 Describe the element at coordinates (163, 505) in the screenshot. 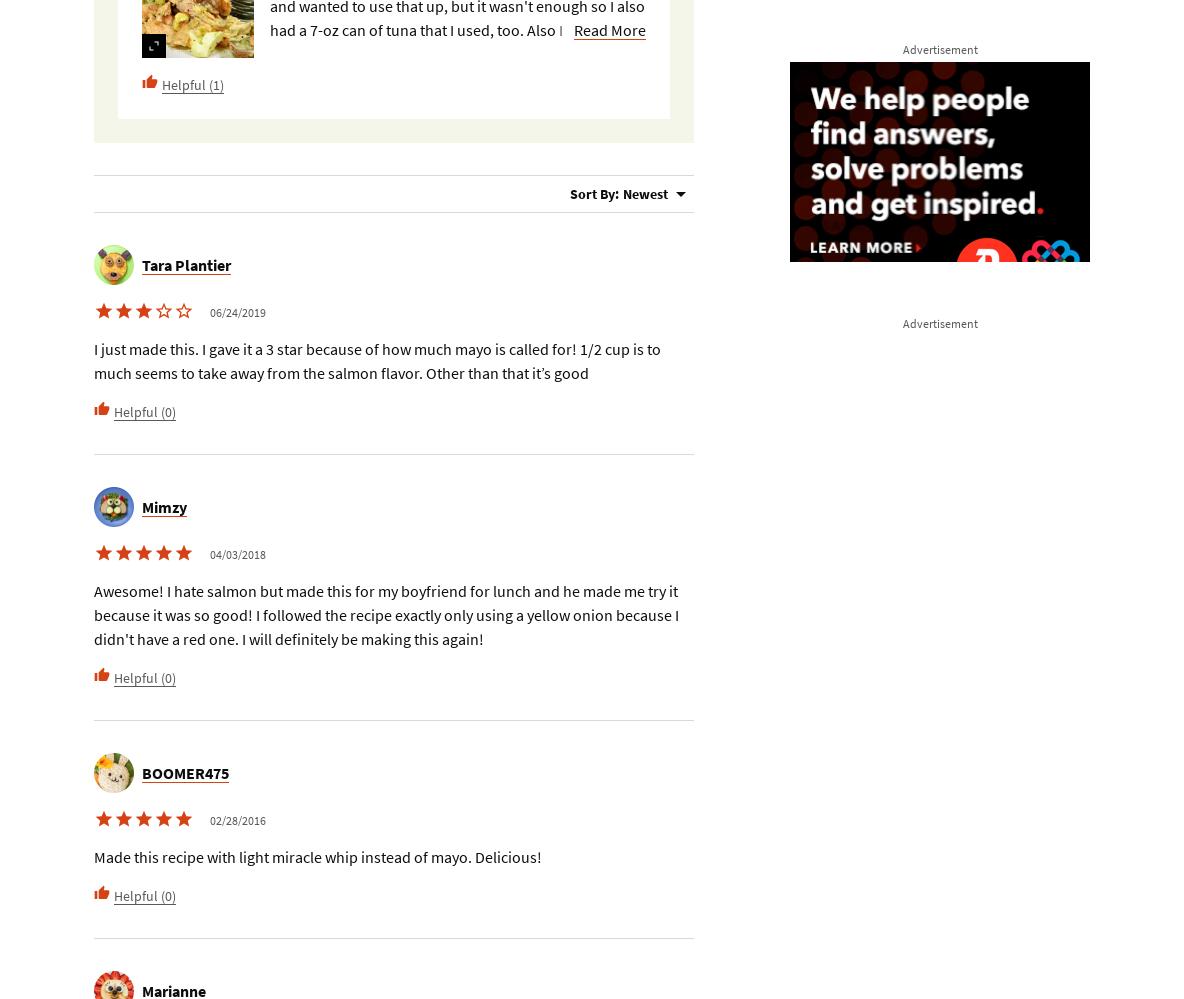

I see `'Mimzy'` at that location.